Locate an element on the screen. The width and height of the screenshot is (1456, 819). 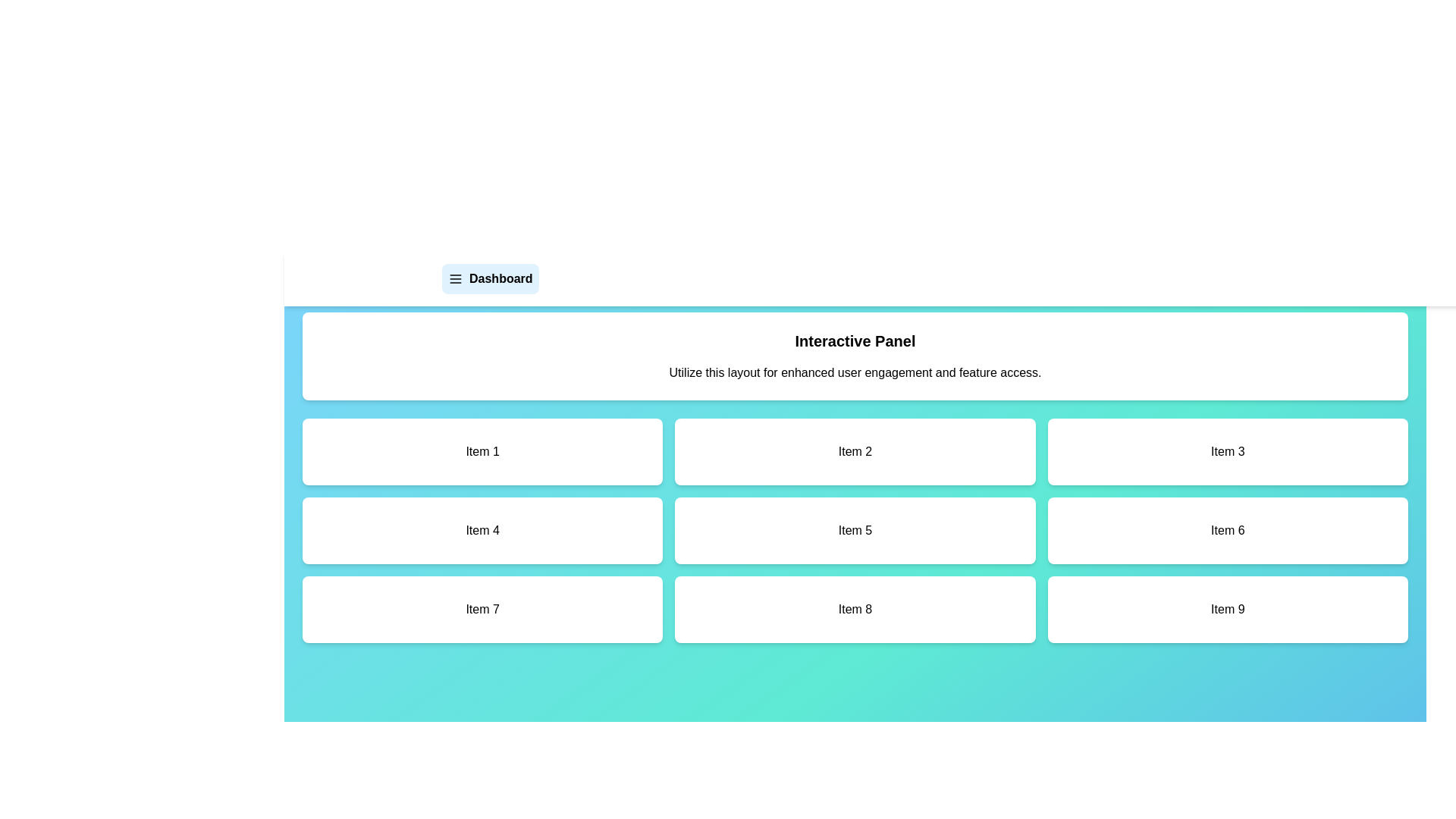
the 'Interactive Panel' header to interact with it is located at coordinates (855, 341).